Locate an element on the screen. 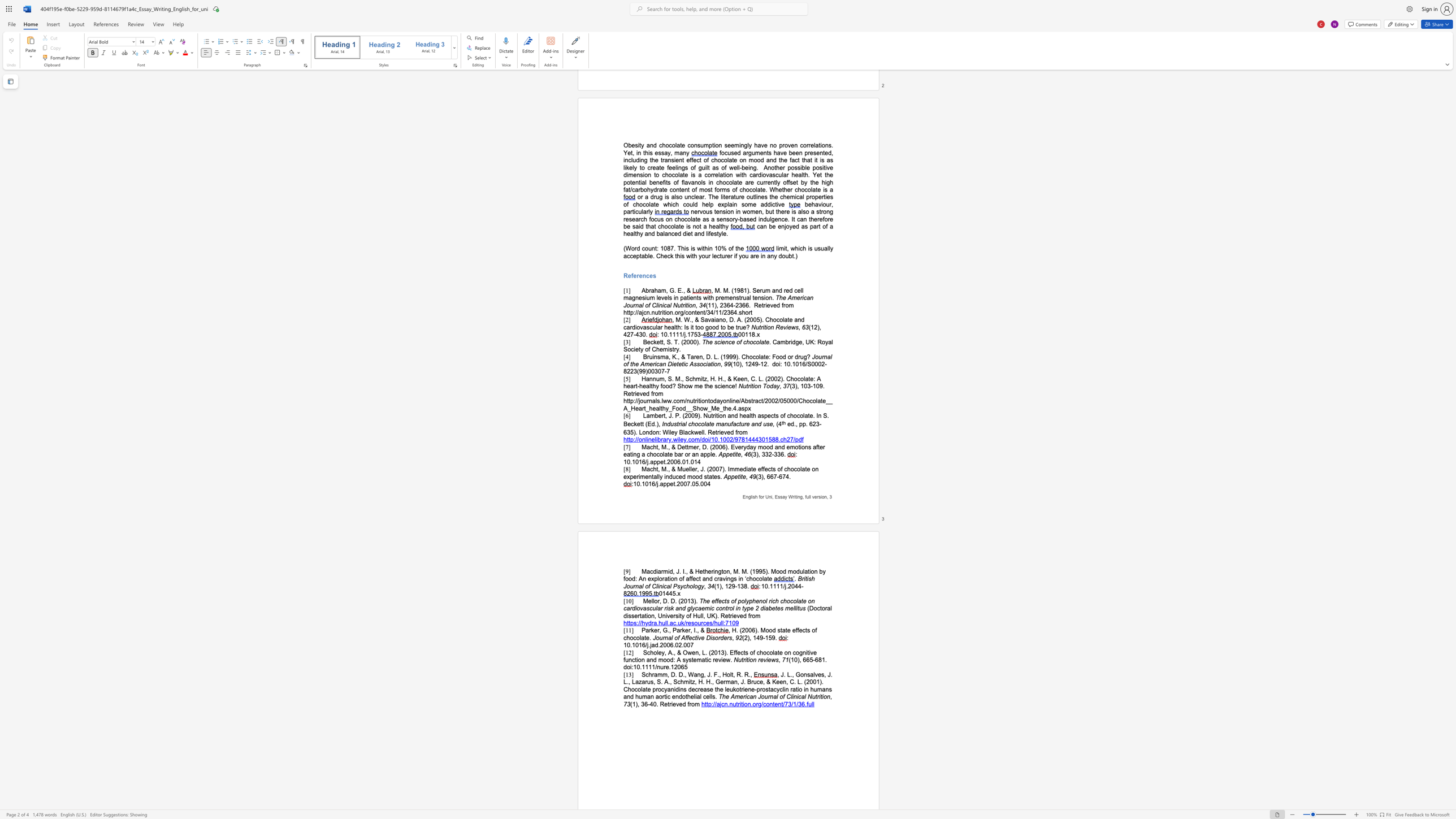 The height and width of the screenshot is (819, 1456). the subset text "2)" within the text "(2), 149-159." is located at coordinates (744, 638).